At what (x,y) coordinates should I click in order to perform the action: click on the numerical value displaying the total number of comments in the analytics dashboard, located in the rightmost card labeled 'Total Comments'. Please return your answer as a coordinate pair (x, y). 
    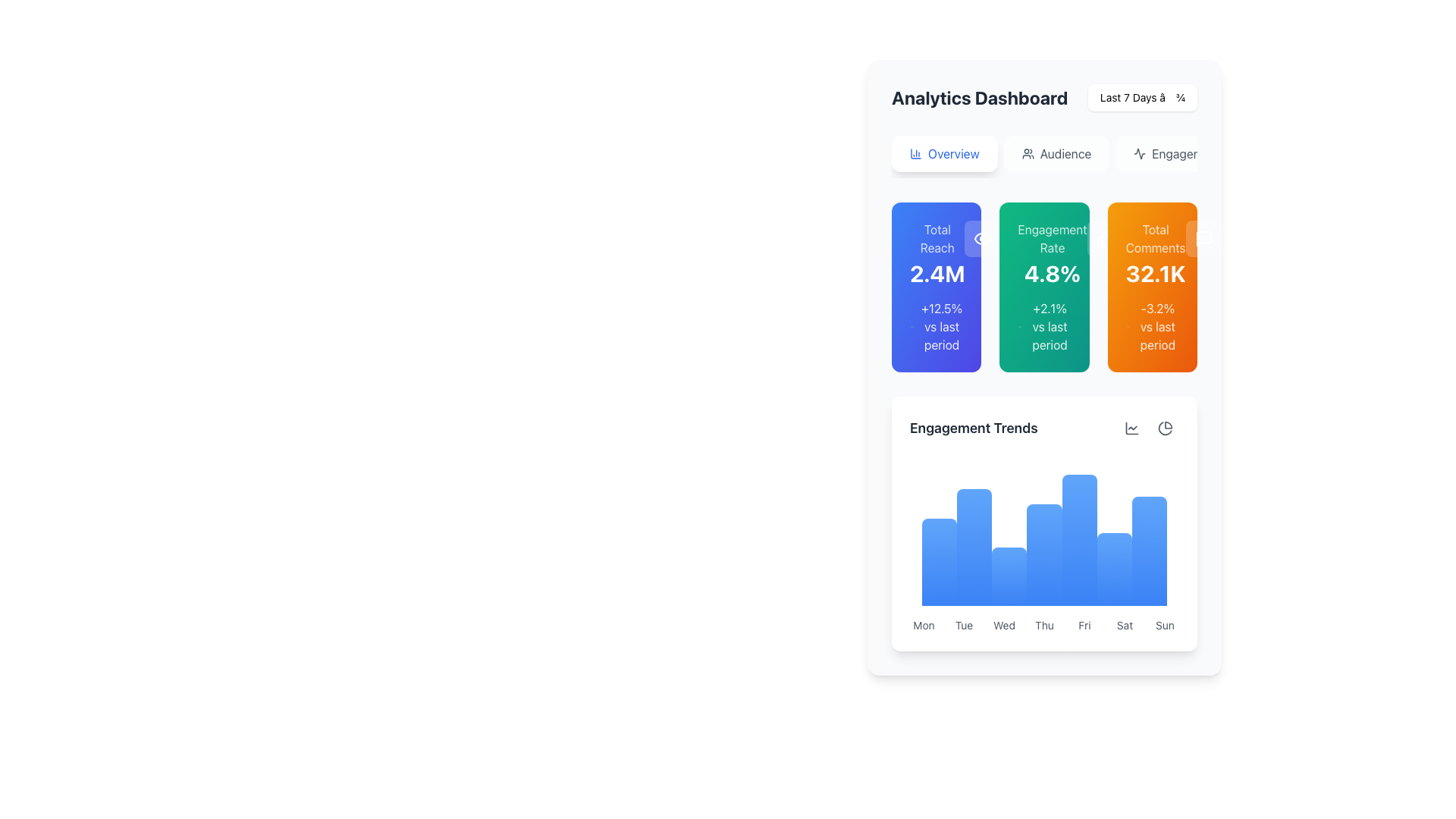
    Looking at the image, I should click on (1155, 274).